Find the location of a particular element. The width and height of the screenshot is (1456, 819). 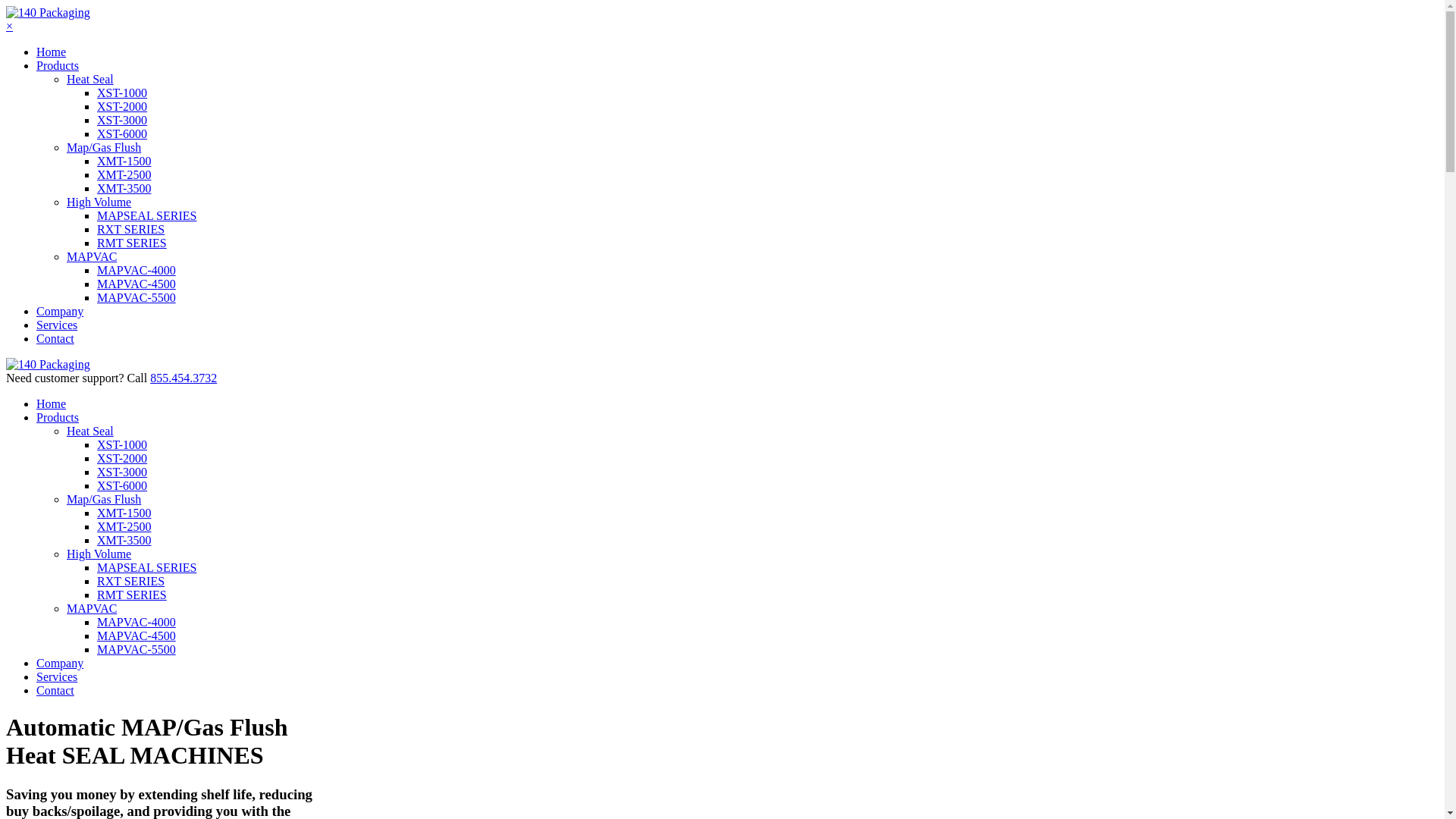

'MAPVAC-4000' is located at coordinates (136, 622).